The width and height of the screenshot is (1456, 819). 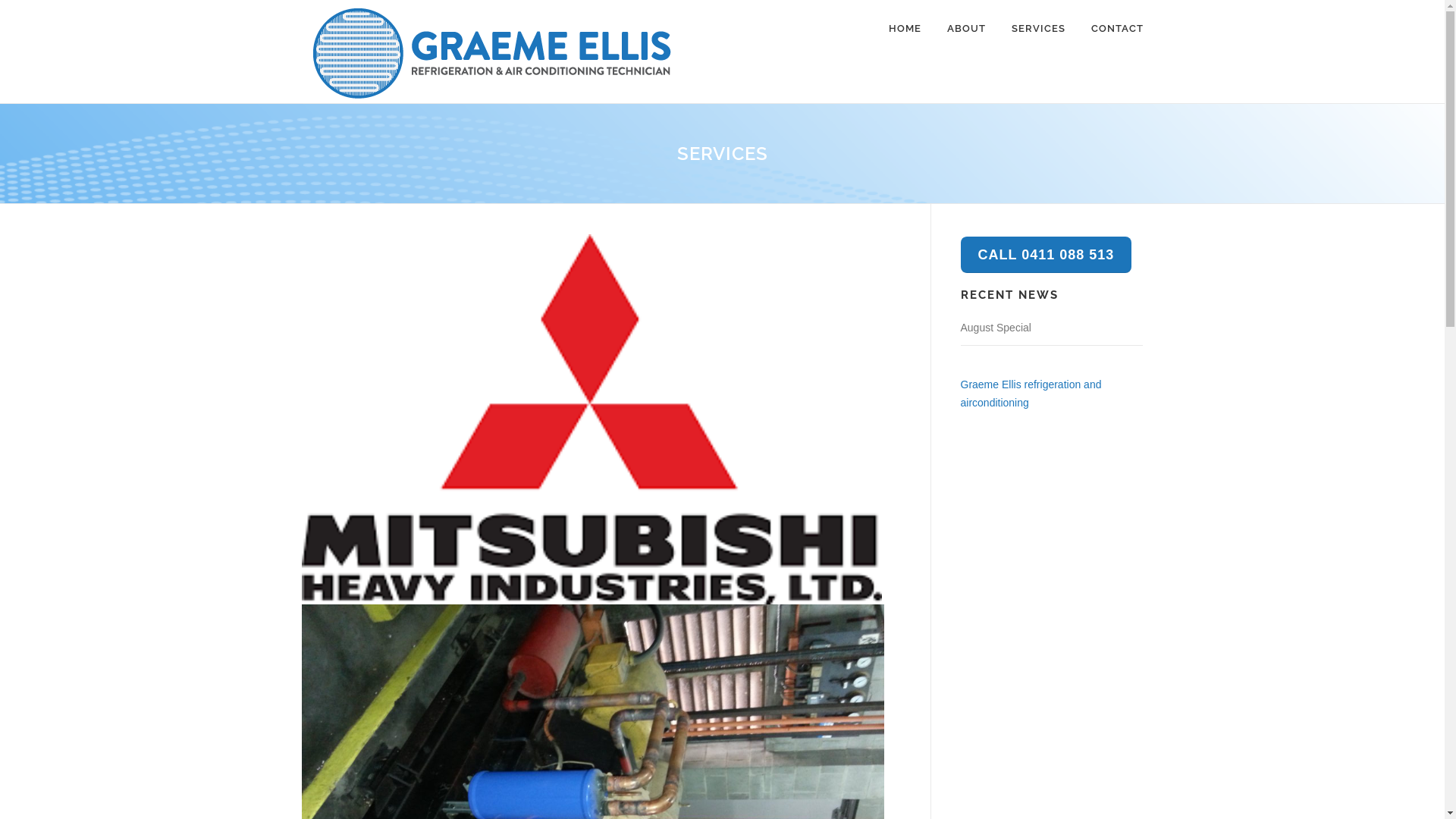 I want to click on 'HOME', so click(x=904, y=28).